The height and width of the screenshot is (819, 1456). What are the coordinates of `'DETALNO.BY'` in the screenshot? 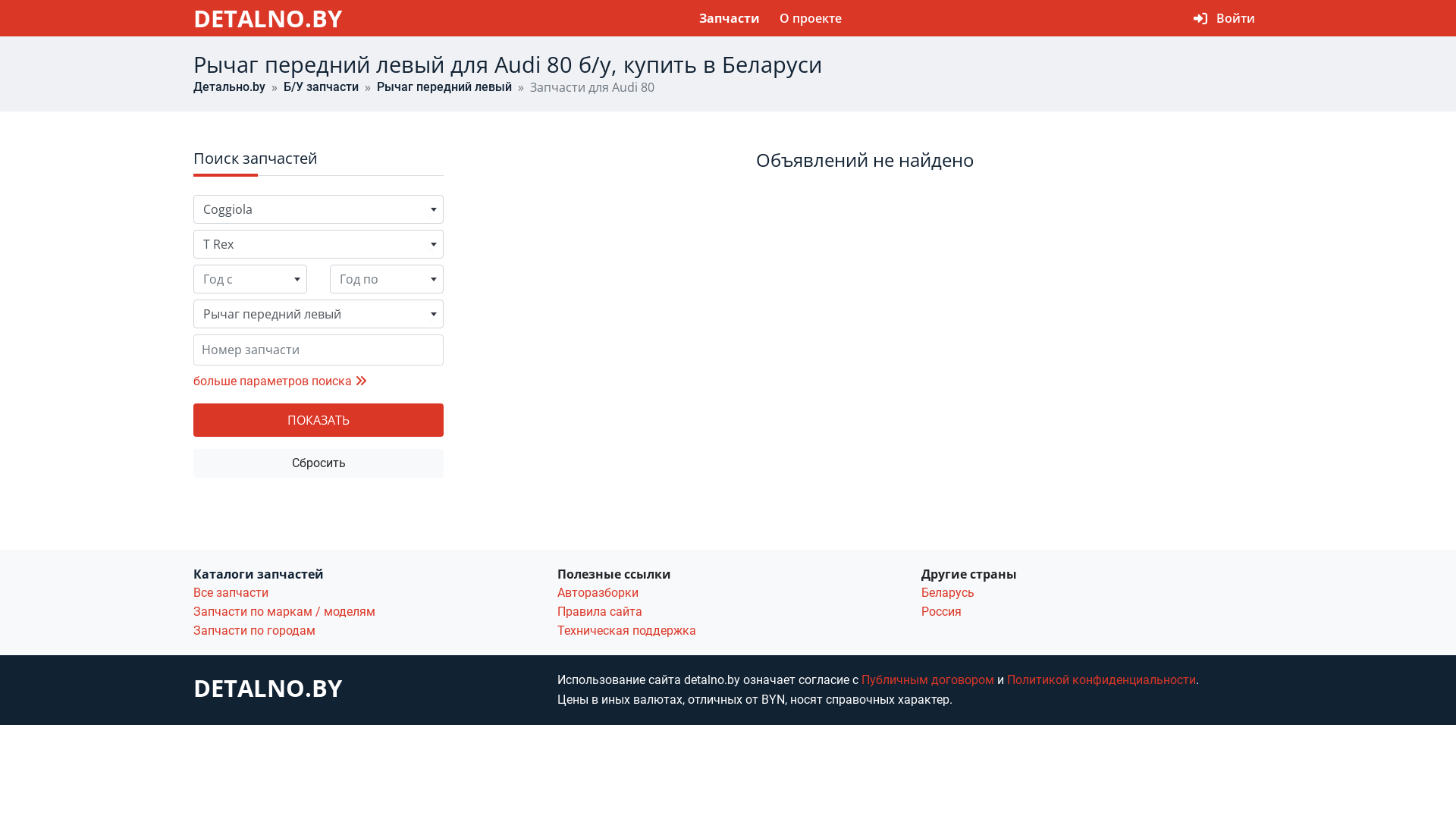 It's located at (192, 17).